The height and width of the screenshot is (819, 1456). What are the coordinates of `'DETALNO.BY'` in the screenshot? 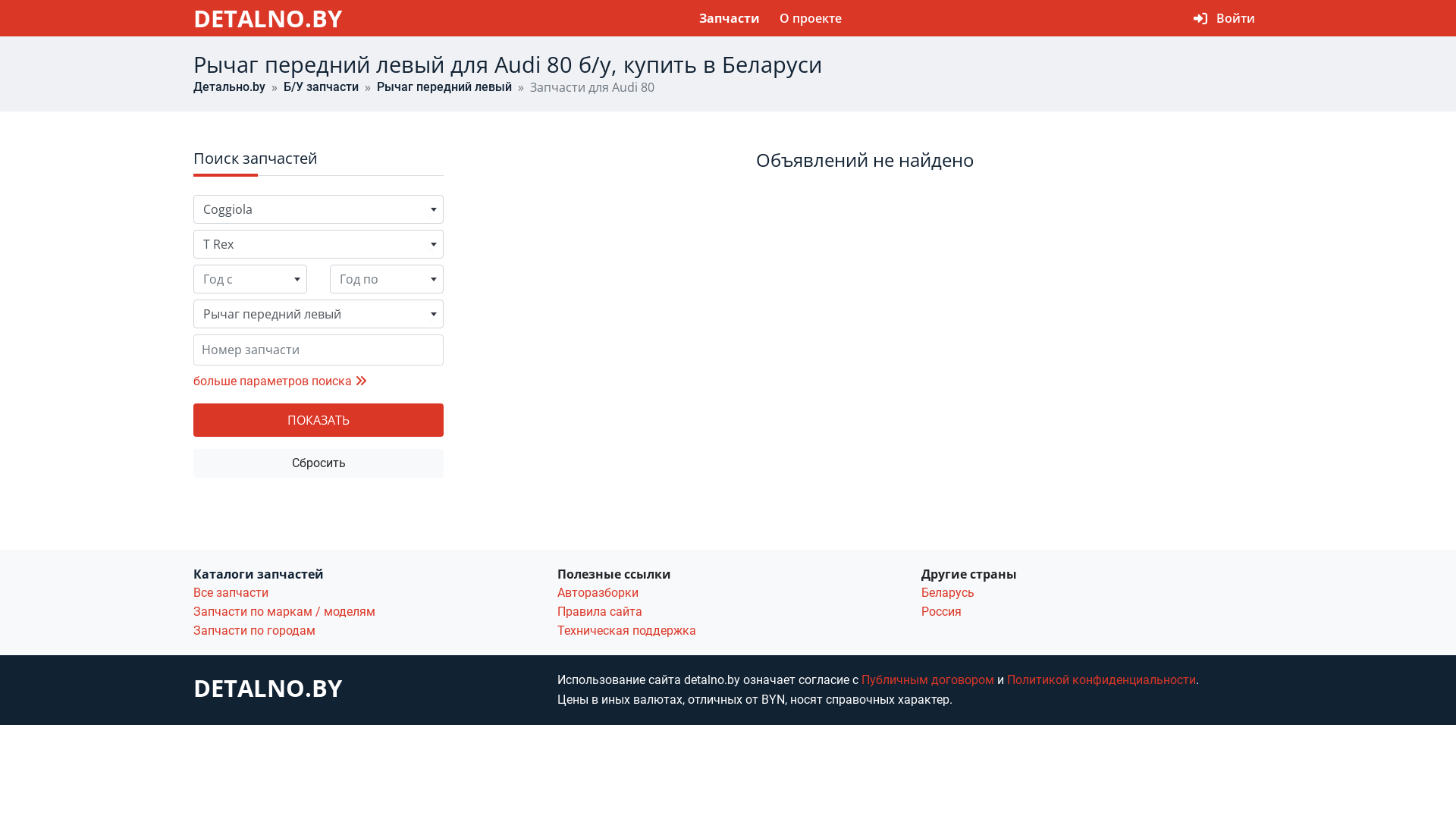 It's located at (192, 17).